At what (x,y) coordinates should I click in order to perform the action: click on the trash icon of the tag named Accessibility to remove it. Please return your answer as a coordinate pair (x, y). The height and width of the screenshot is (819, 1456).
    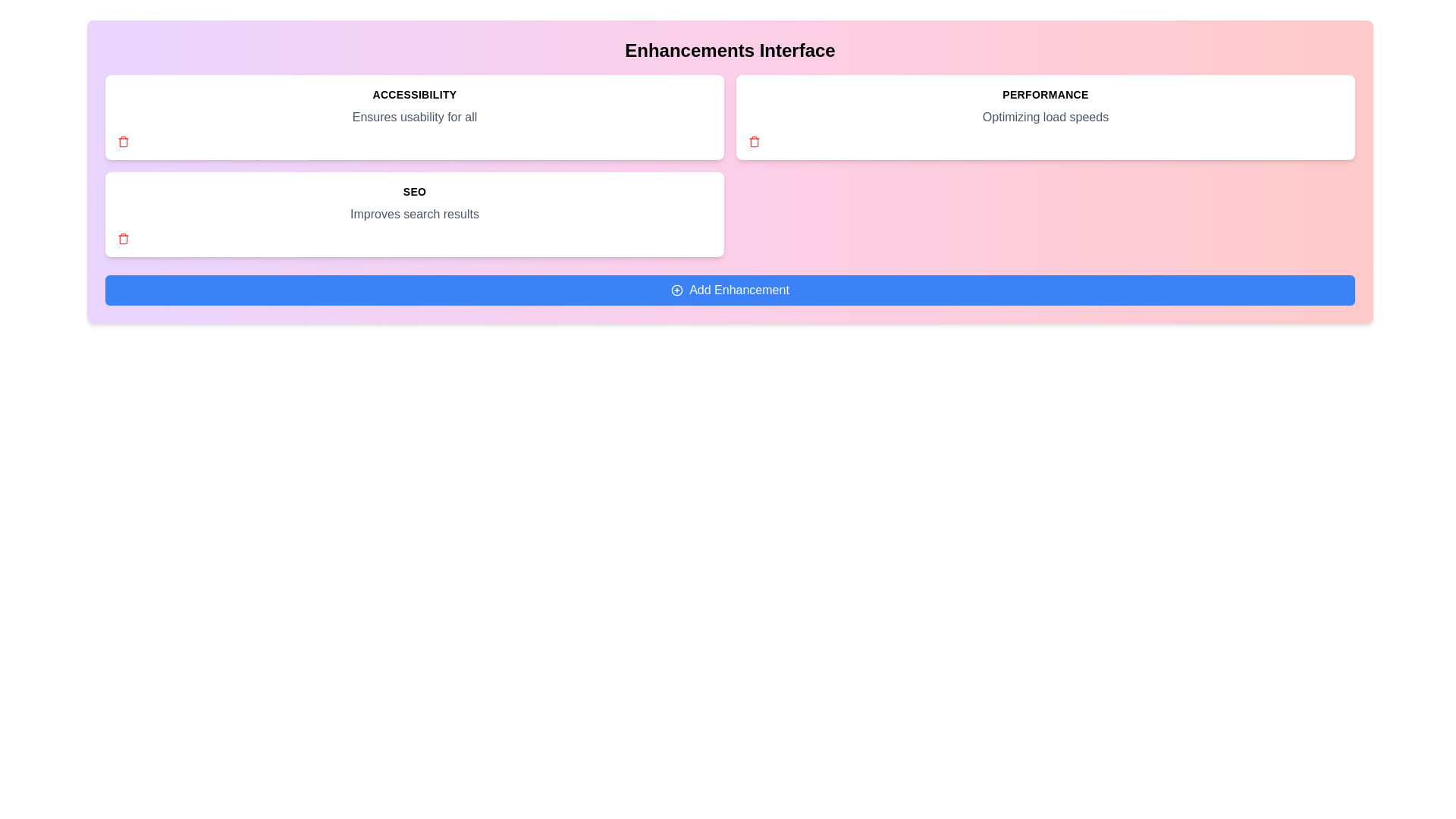
    Looking at the image, I should click on (124, 141).